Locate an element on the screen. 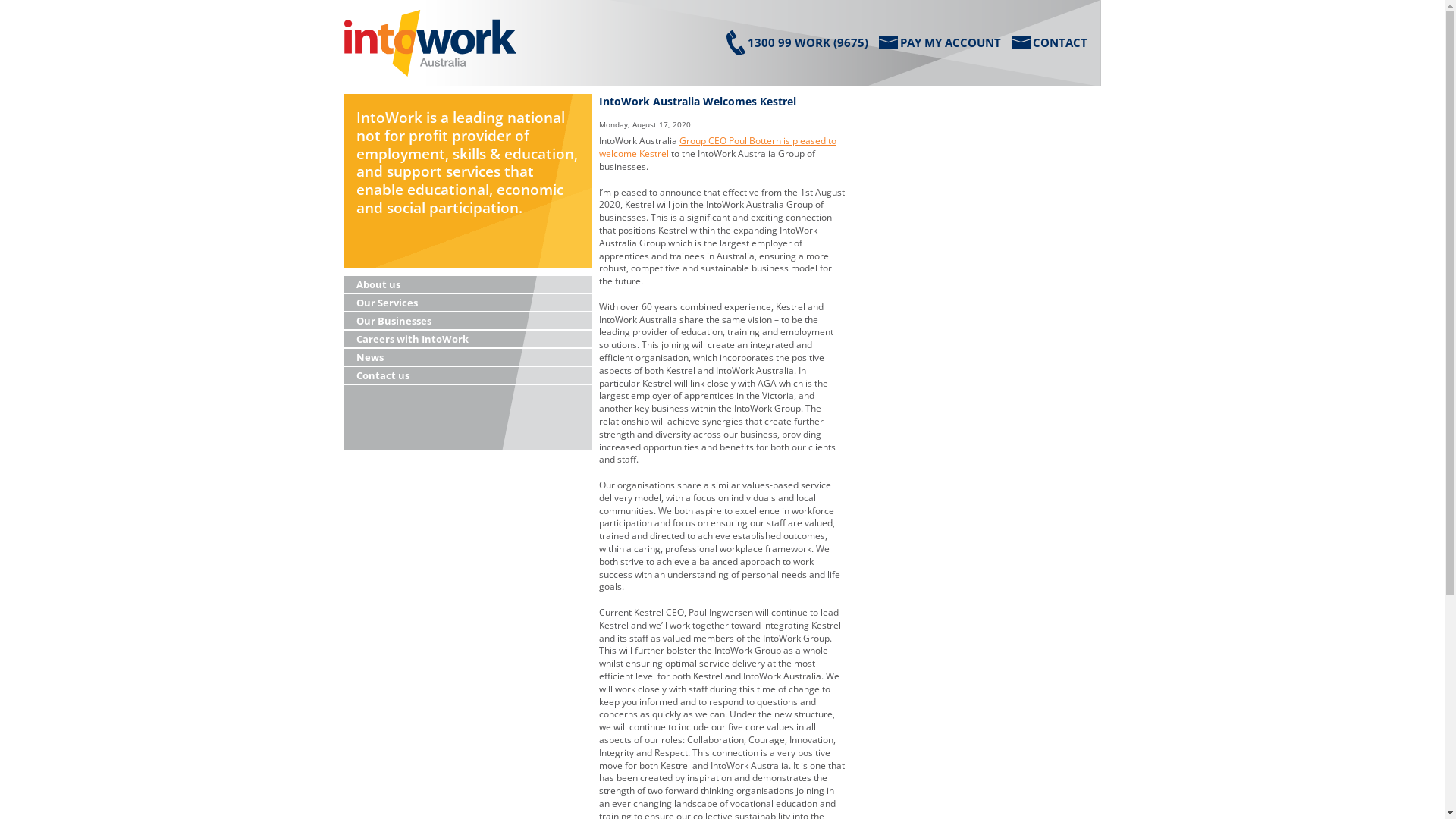  '1300 99 WORK (9675)' is located at coordinates (726, 42).